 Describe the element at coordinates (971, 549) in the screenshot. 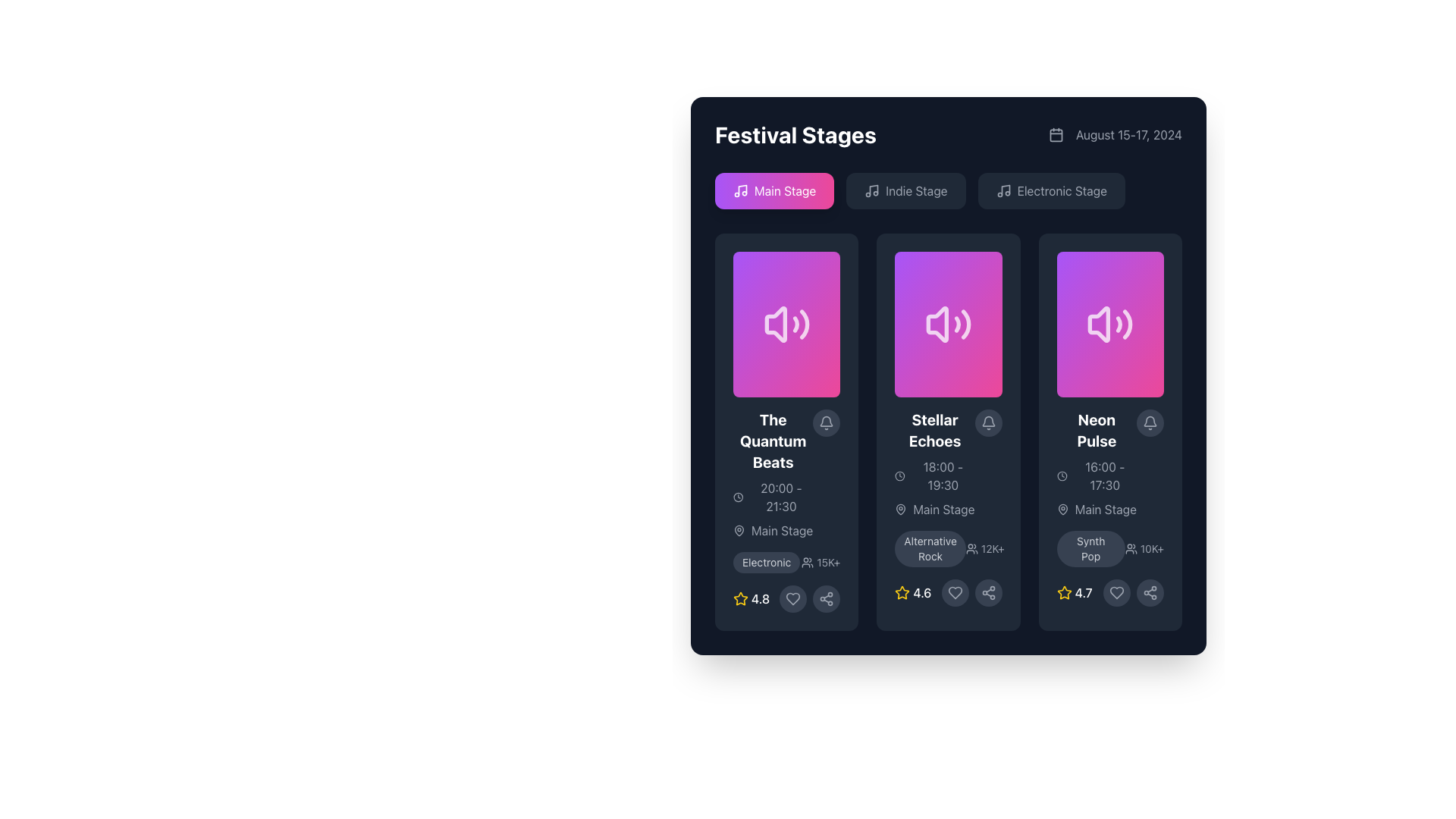

I see `properties of the icon representing the number of attendees, which is positioned next to the text '12K+' for the 'Stellar Echoes' event` at that location.